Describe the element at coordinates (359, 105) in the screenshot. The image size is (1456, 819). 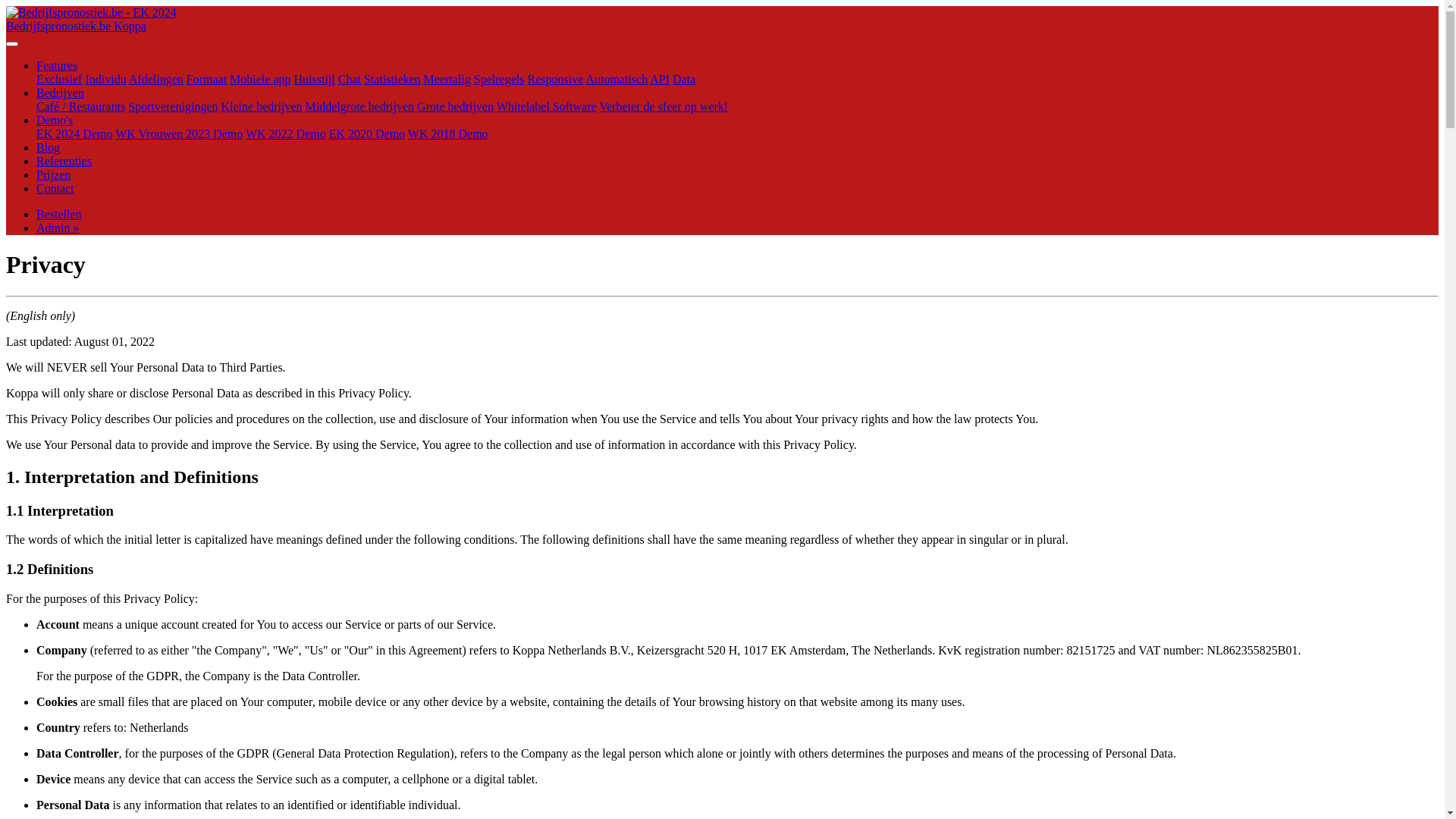
I see `'Middelgrote bedrijven'` at that location.